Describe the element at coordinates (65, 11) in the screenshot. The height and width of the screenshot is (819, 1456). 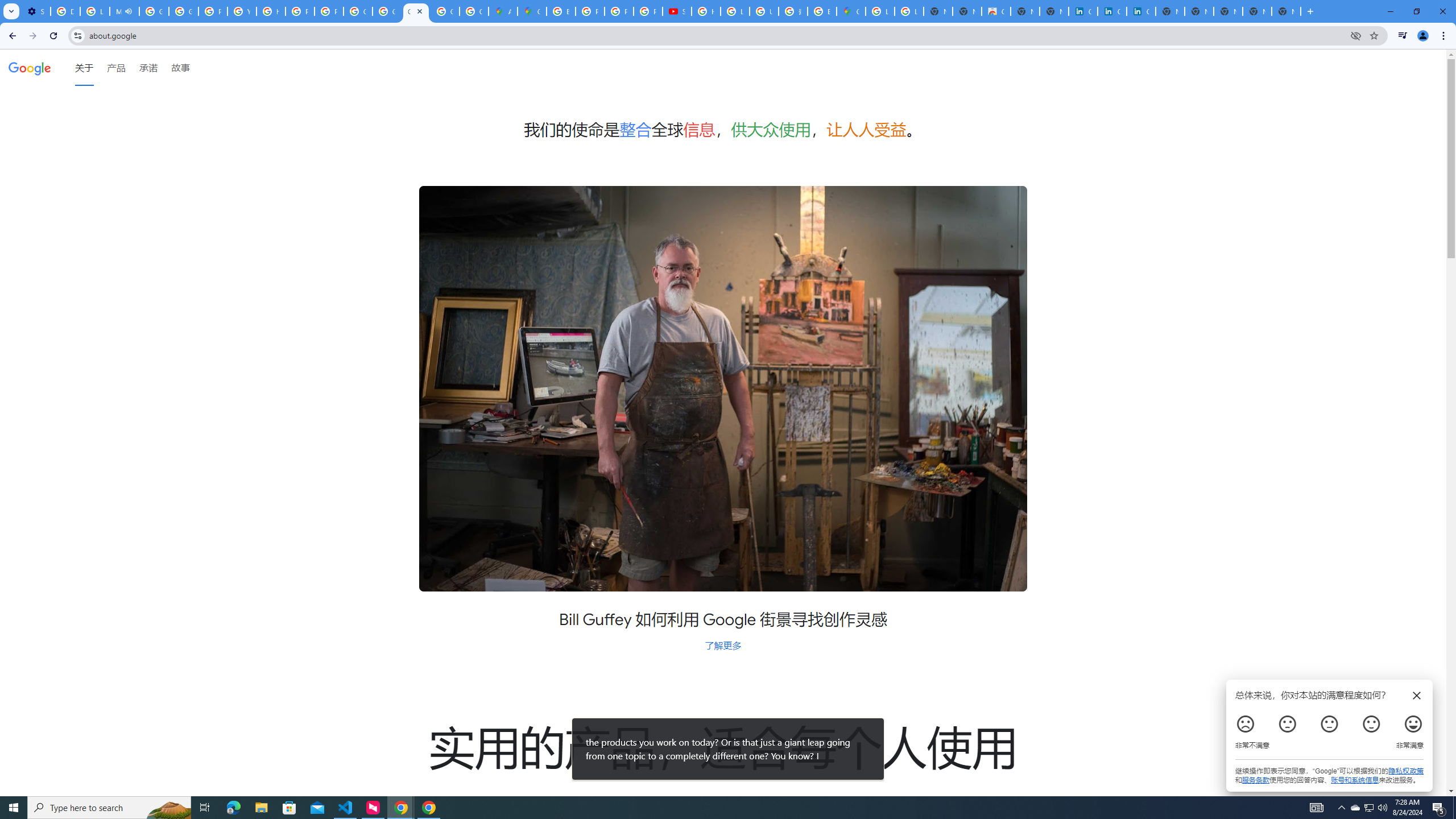
I see `'Delete photos & videos - Computer - Google Photos Help'` at that location.